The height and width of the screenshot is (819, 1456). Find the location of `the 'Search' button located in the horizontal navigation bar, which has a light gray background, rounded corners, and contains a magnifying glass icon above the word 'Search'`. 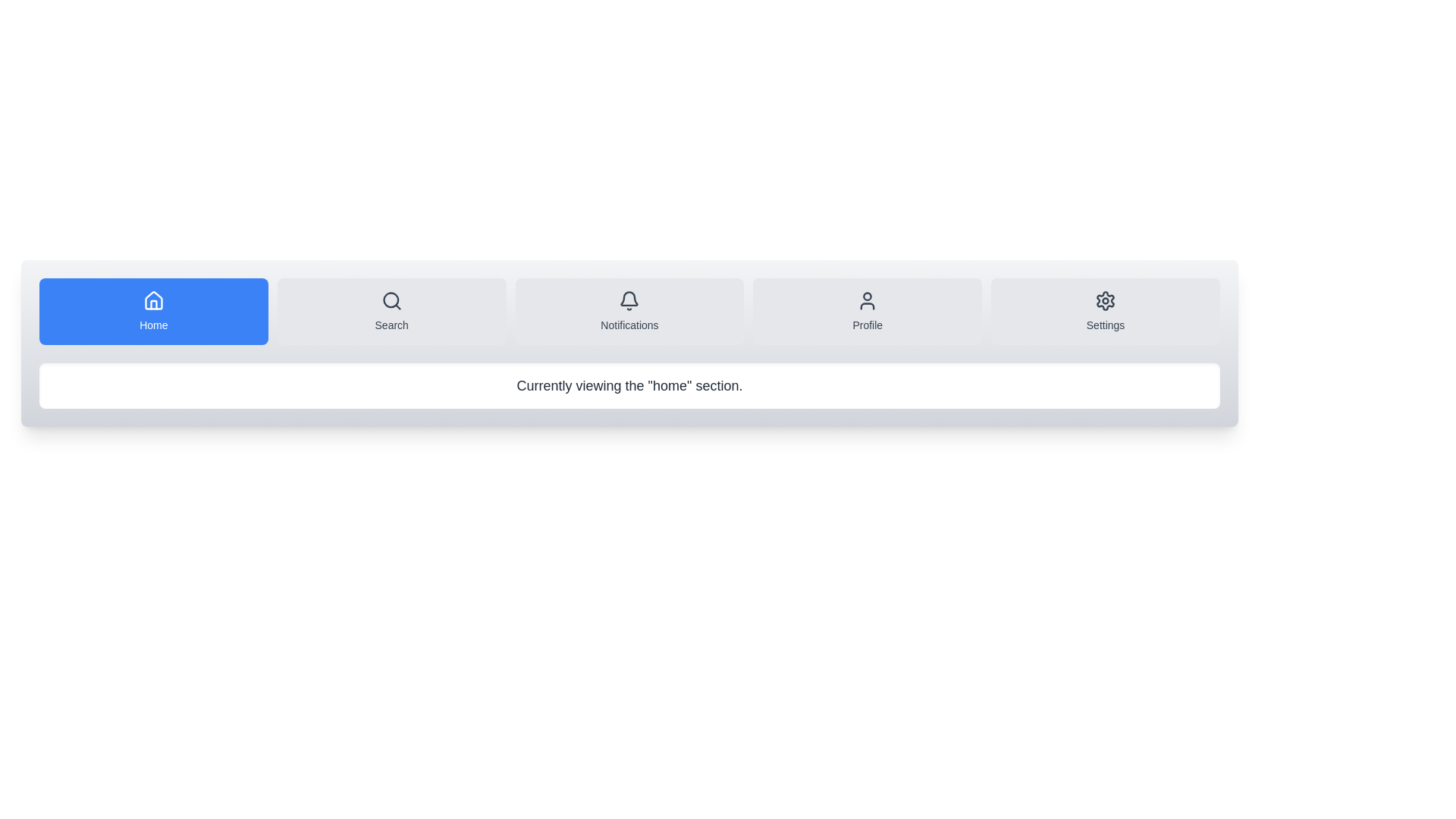

the 'Search' button located in the horizontal navigation bar, which has a light gray background, rounded corners, and contains a magnifying glass icon above the word 'Search' is located at coordinates (391, 311).